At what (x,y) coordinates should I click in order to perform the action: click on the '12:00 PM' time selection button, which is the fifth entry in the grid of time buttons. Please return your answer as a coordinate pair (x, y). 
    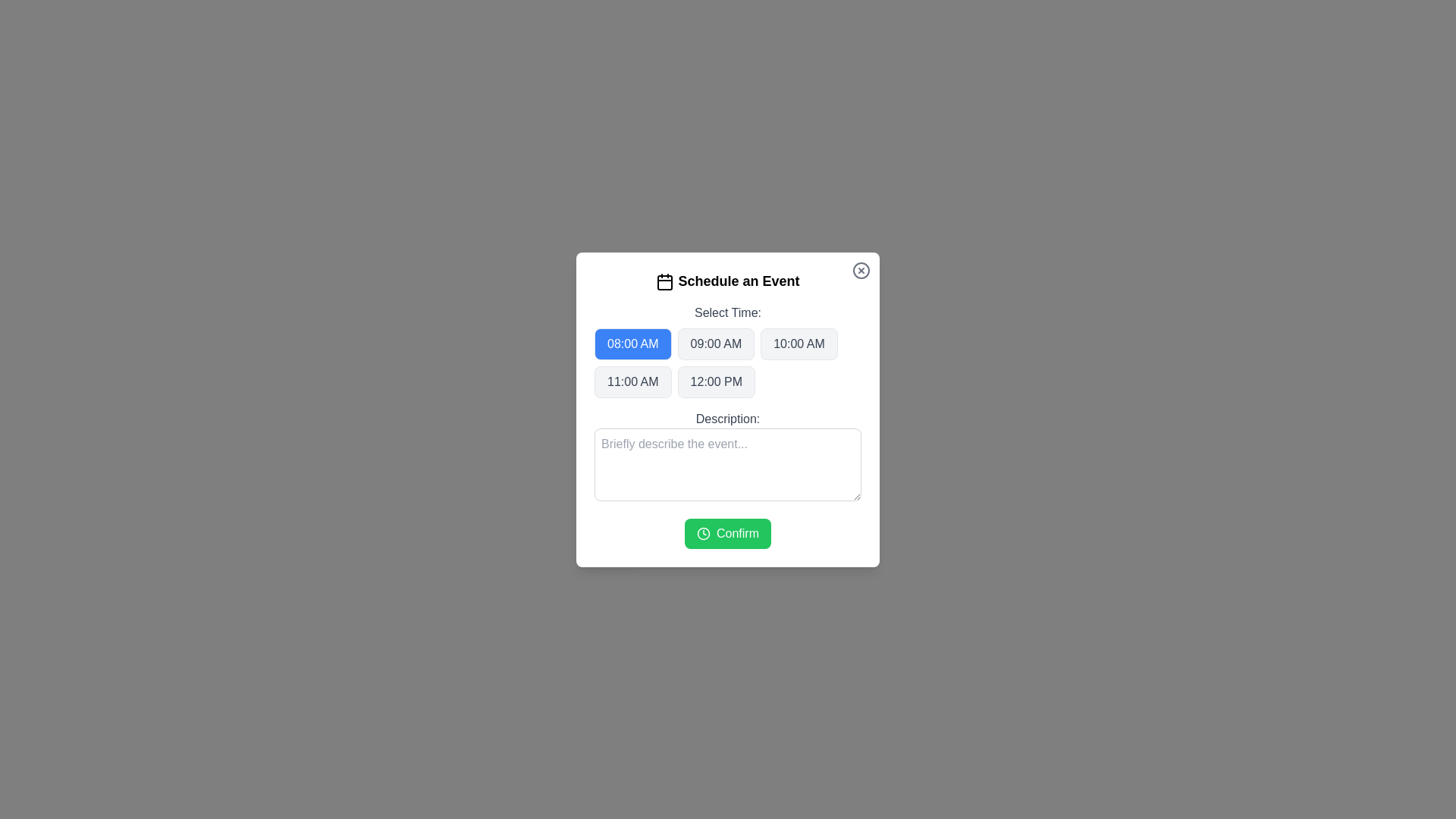
    Looking at the image, I should click on (715, 381).